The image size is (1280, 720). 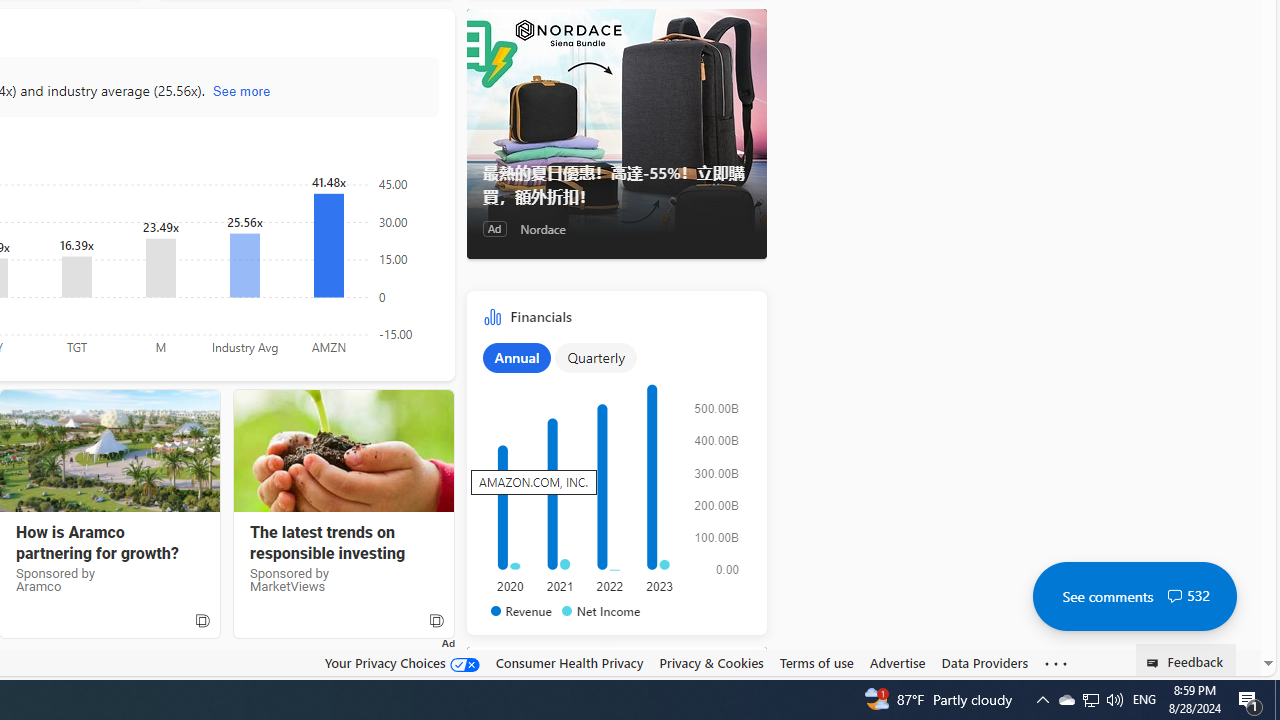 I want to click on 'Advertise', so click(x=896, y=662).